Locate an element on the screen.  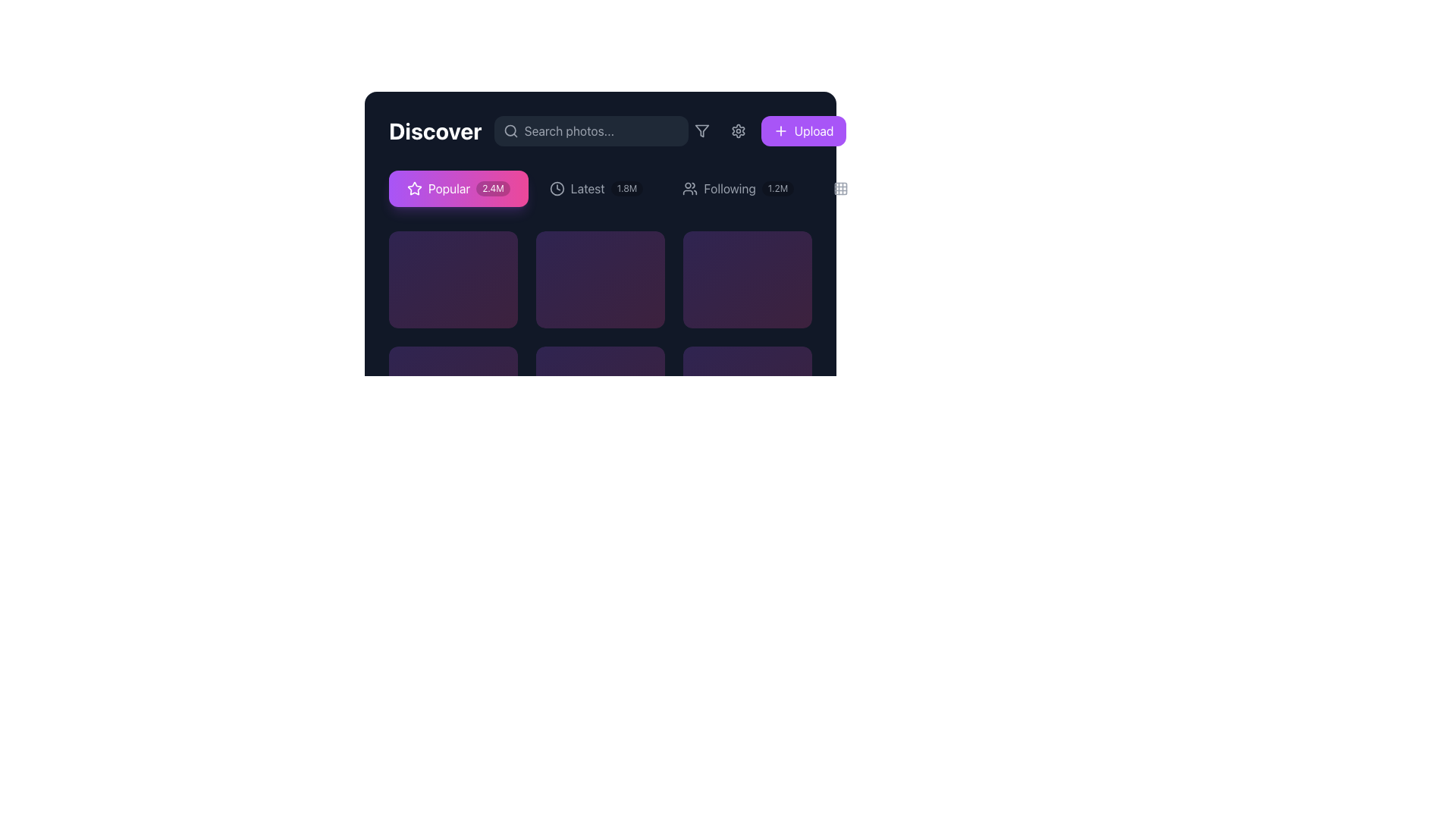
the gear-shaped settings icon located at the top-right corner of the interface is located at coordinates (738, 130).